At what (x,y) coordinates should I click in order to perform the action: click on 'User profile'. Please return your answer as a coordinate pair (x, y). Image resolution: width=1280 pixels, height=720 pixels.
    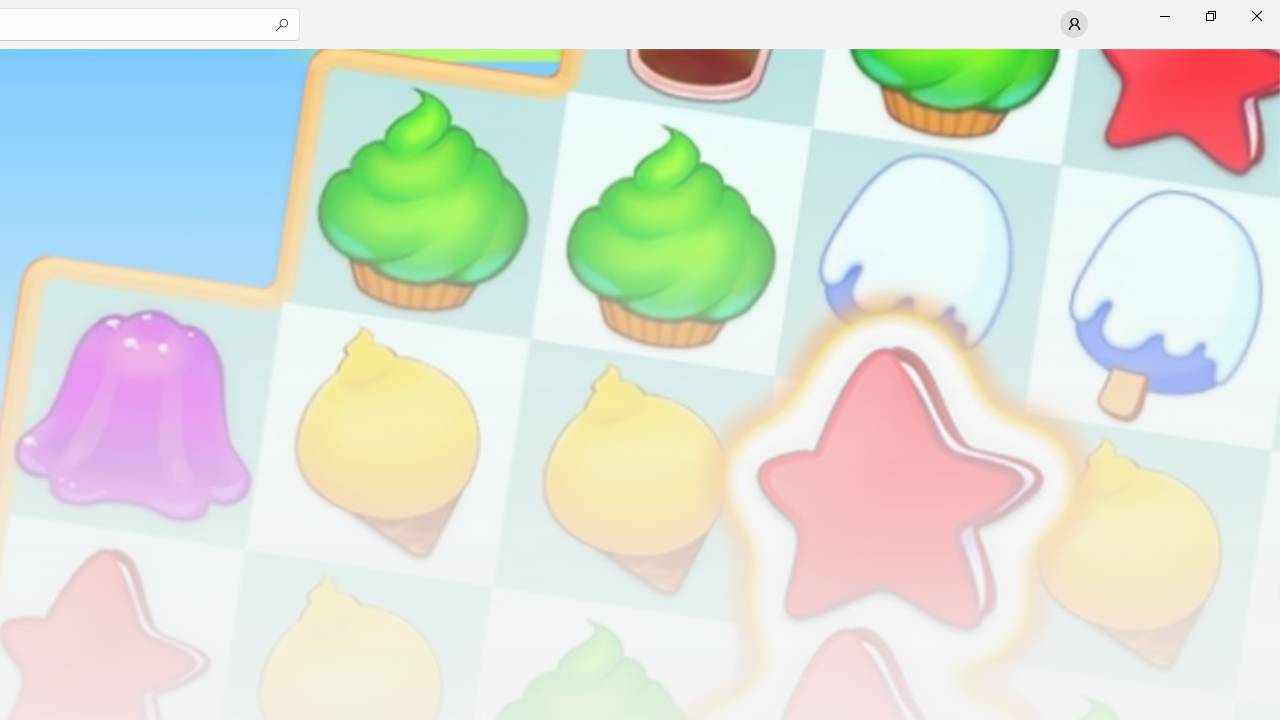
    Looking at the image, I should click on (1072, 24).